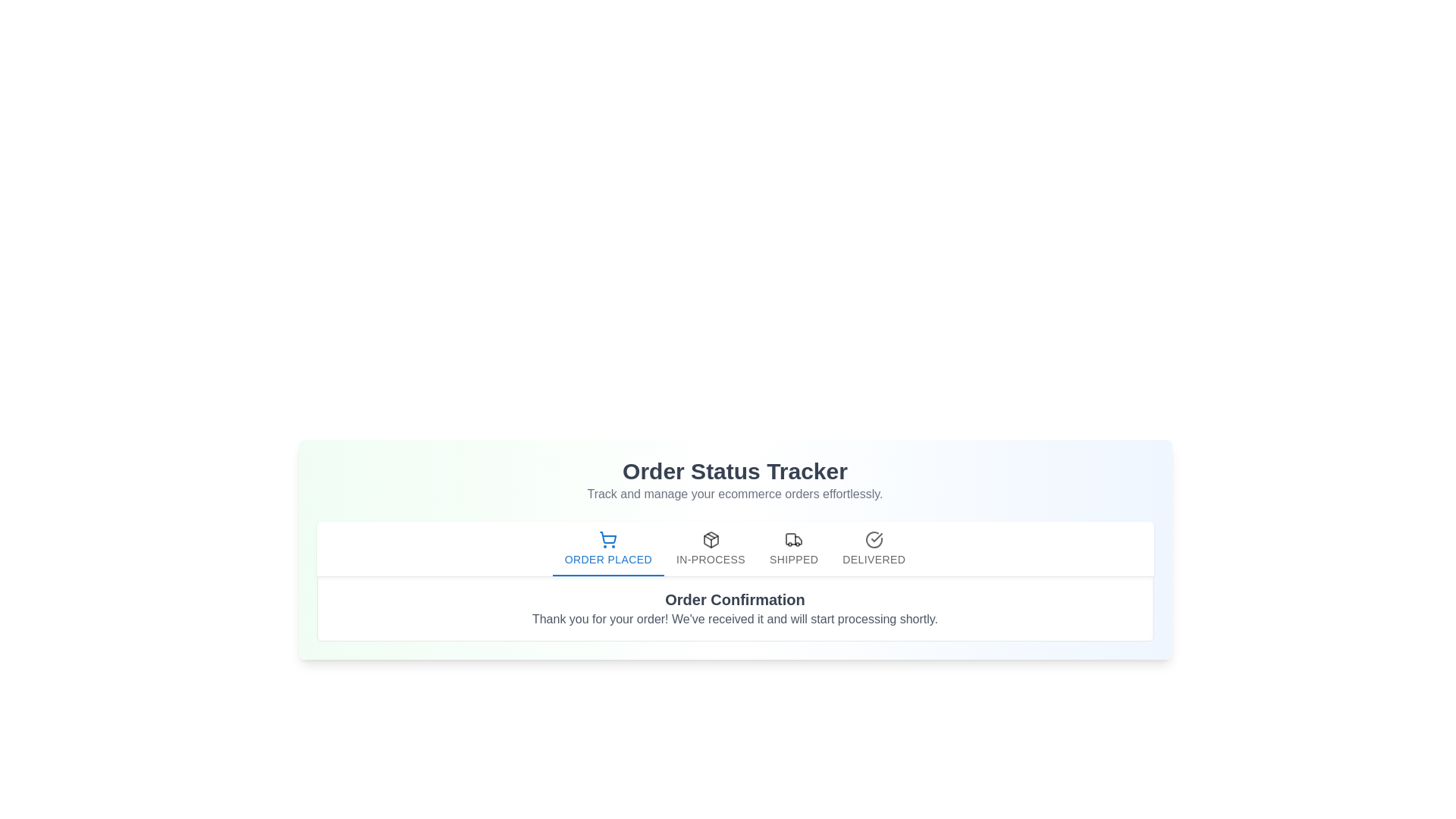  I want to click on the shopping cart icon in the 'Order Placed' tab, which is highlighted and positioned above its corresponding text, so click(608, 539).